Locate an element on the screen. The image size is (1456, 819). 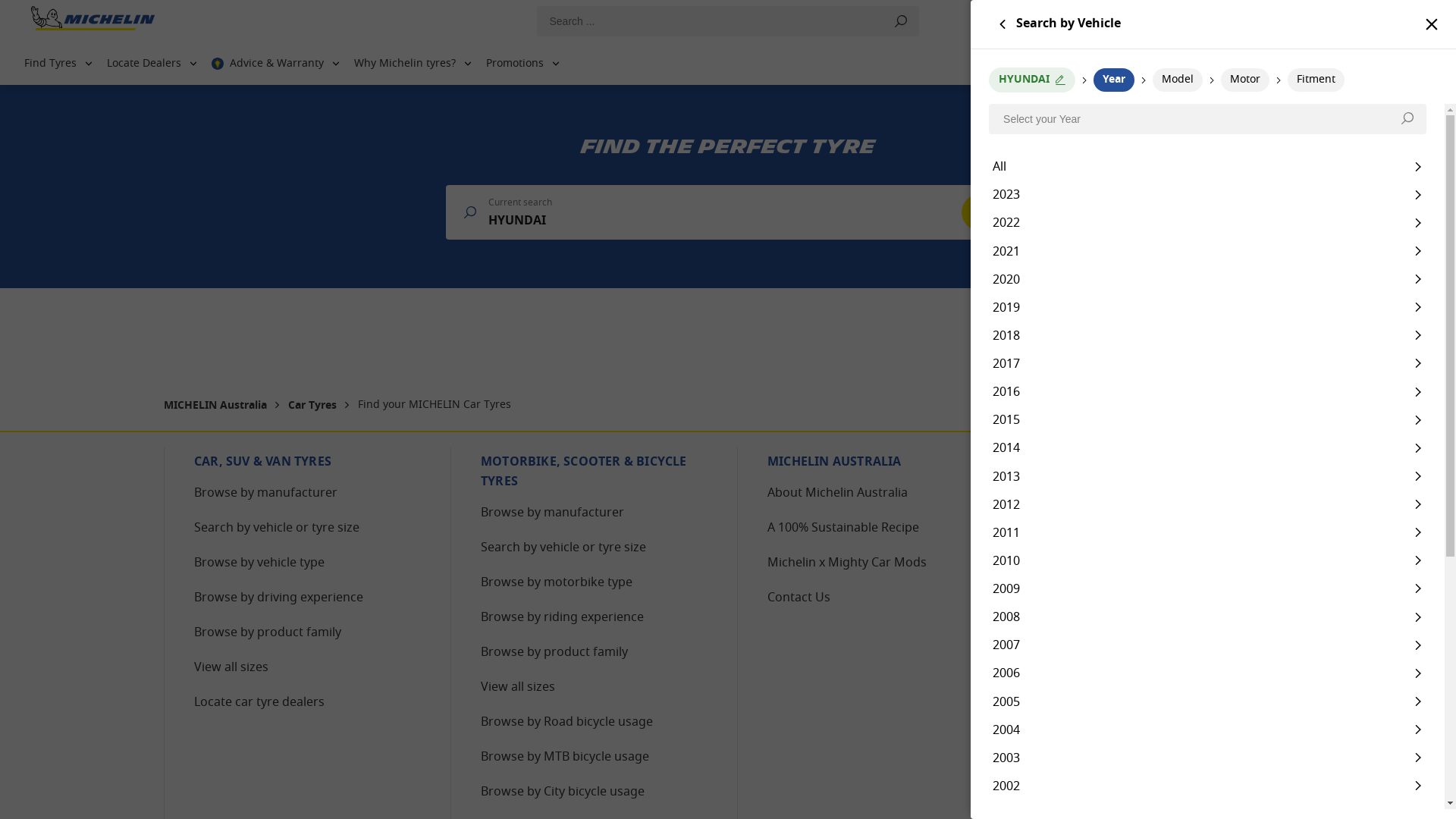
'2021' is located at coordinates (1207, 249).